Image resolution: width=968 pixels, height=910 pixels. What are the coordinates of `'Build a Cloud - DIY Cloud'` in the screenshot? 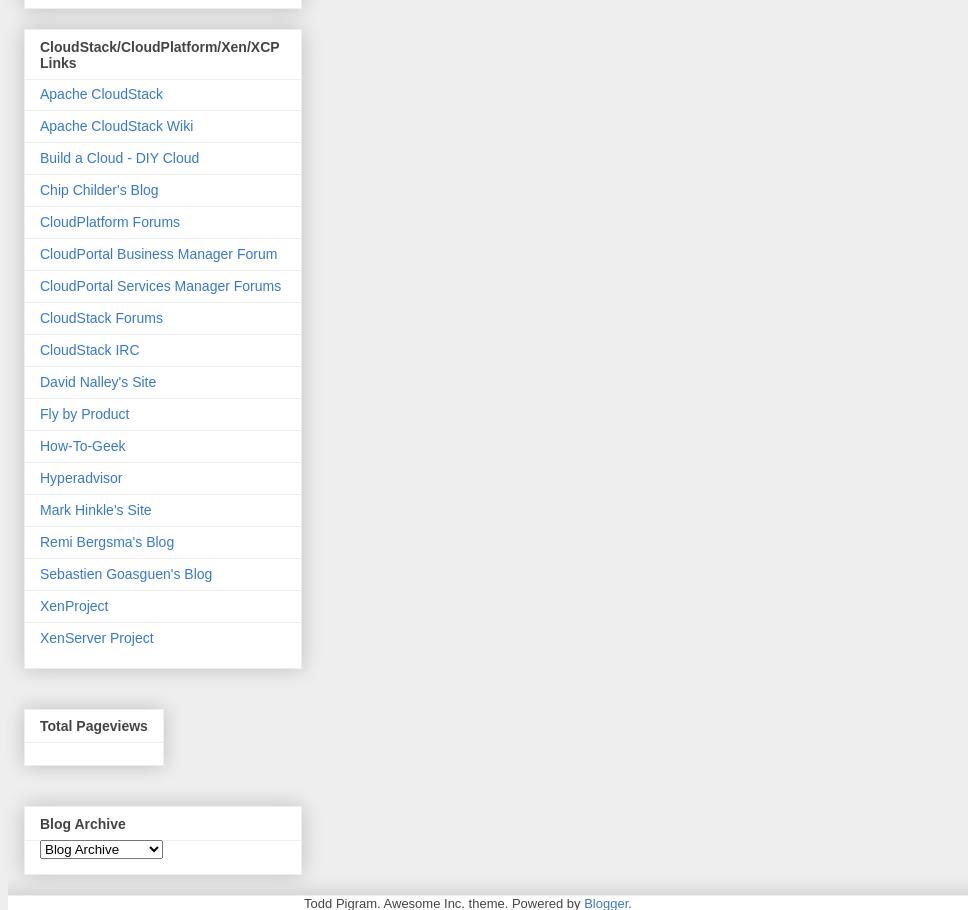 It's located at (119, 155).